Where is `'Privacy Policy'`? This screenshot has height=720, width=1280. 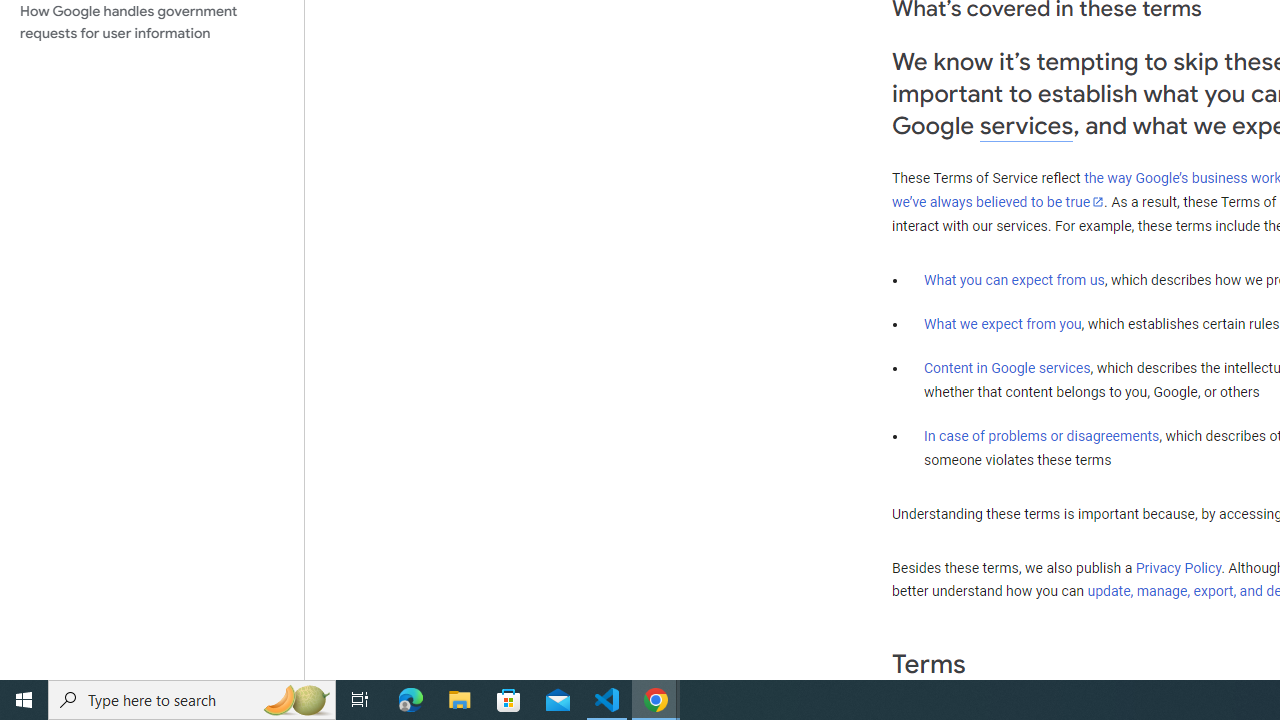 'Privacy Policy' is located at coordinates (1178, 567).